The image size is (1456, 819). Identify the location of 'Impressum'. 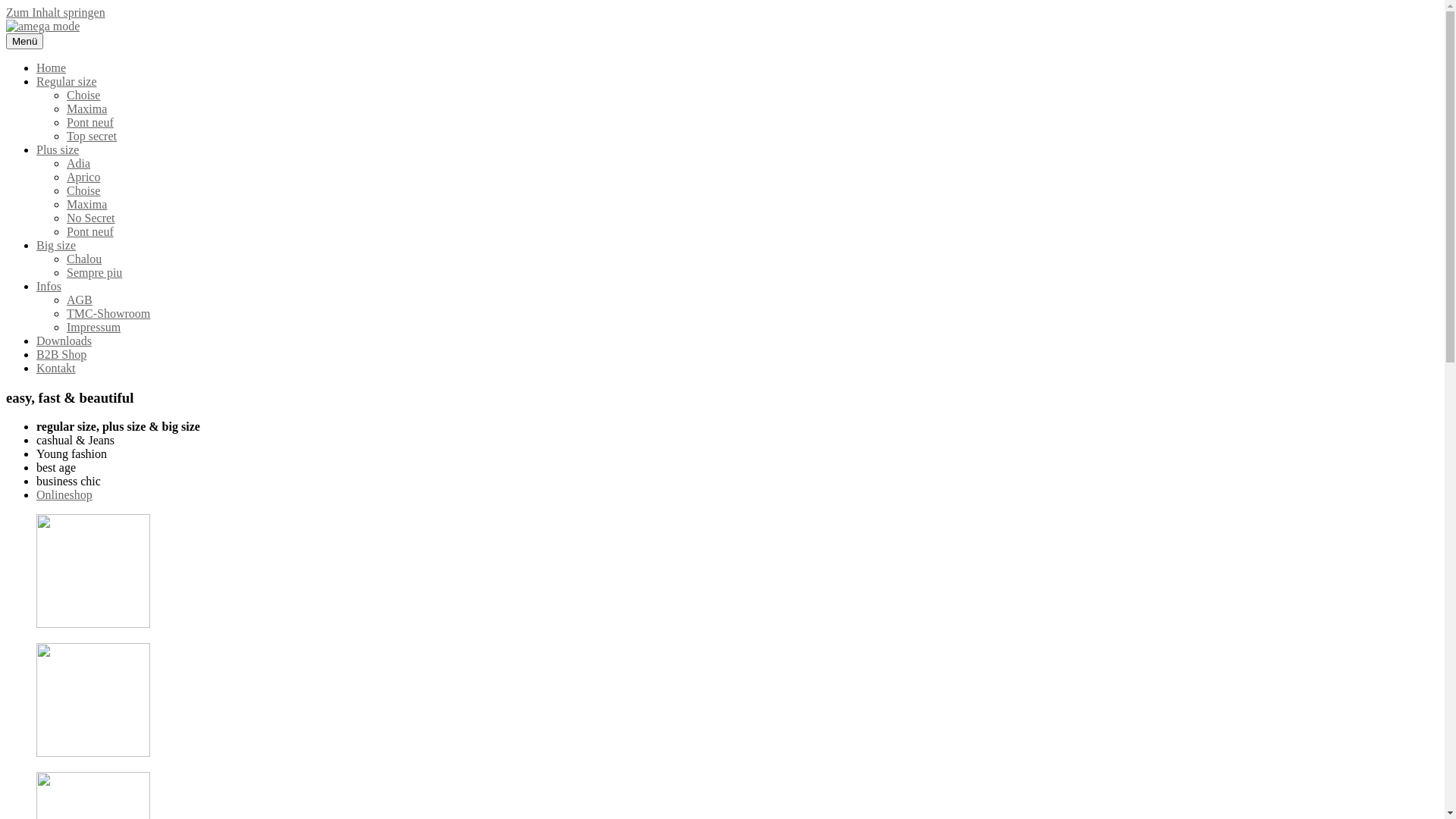
(65, 326).